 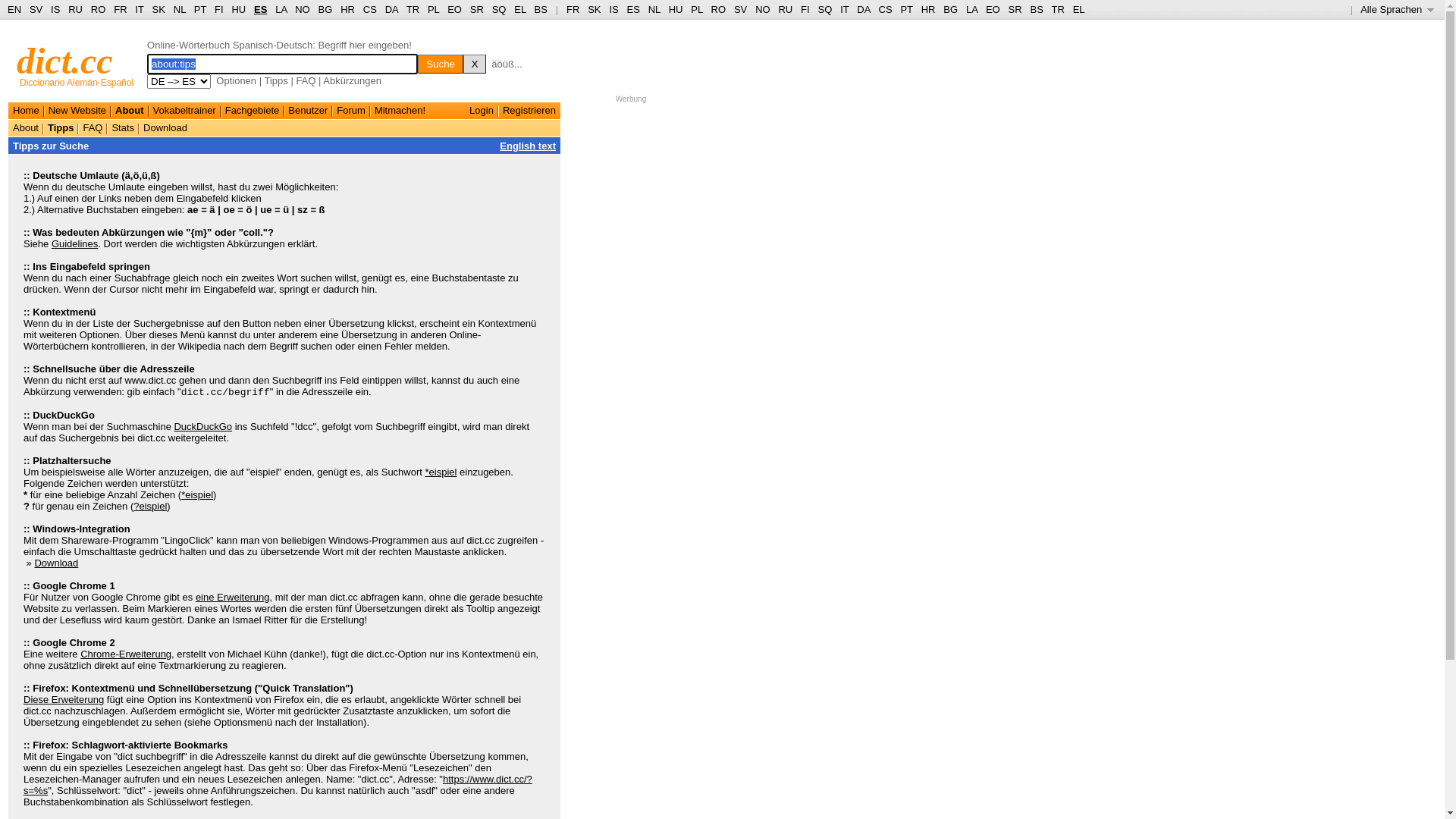 What do you see at coordinates (123, 127) in the screenshot?
I see `'Stats'` at bounding box center [123, 127].